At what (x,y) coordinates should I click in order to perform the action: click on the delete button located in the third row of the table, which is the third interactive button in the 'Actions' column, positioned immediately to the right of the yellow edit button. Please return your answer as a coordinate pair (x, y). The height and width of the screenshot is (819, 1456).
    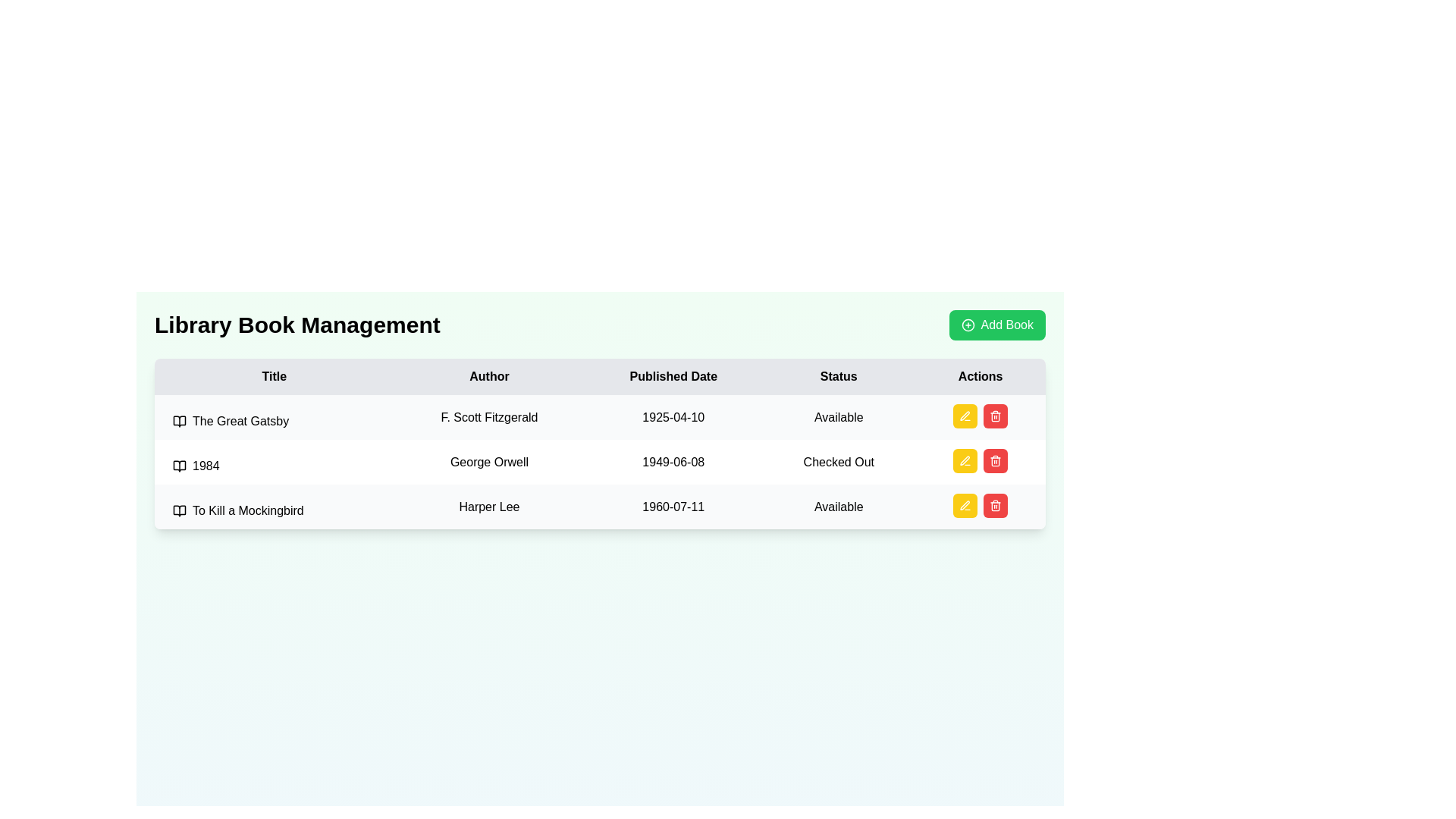
    Looking at the image, I should click on (996, 416).